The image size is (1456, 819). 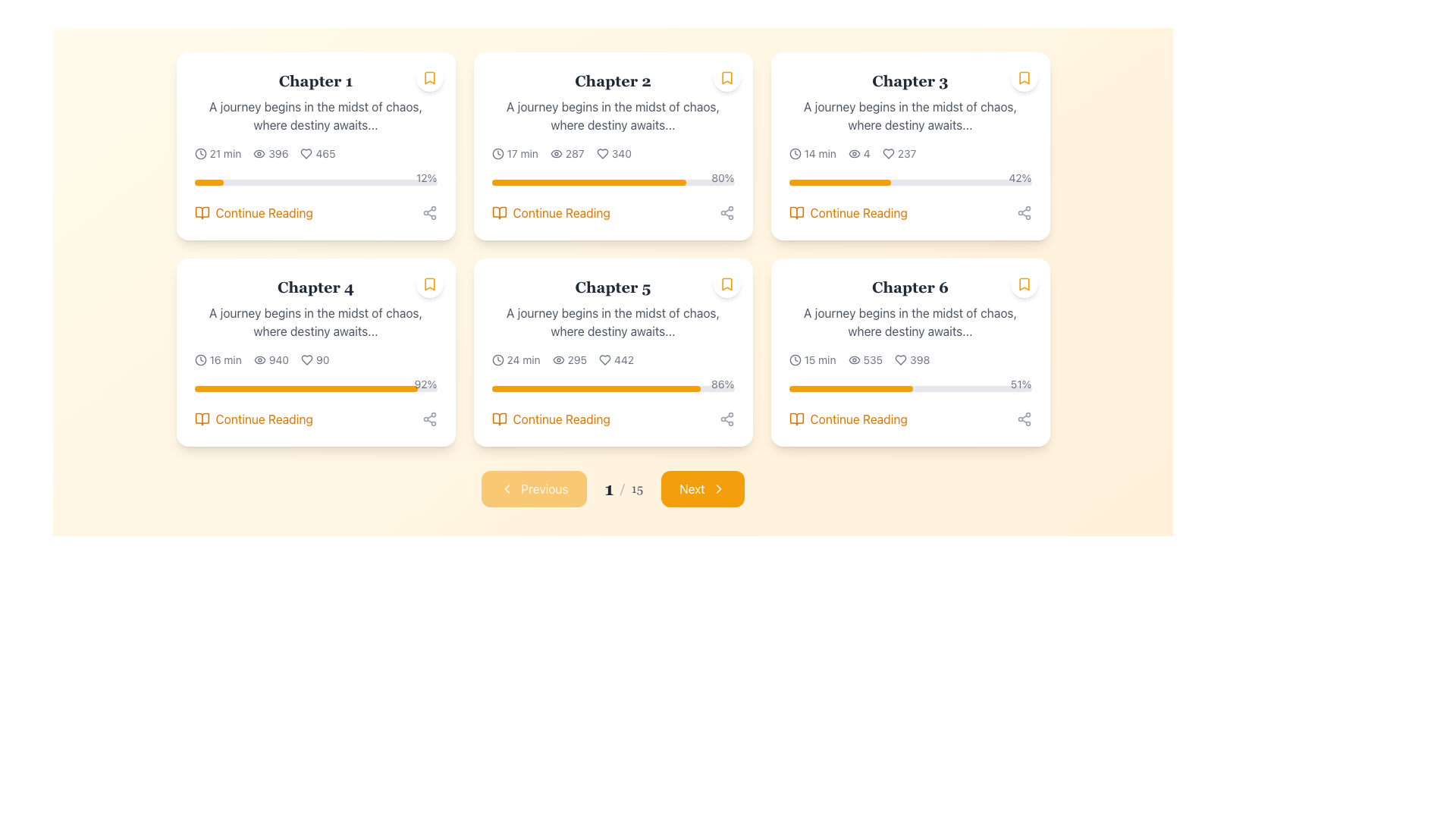 What do you see at coordinates (499, 213) in the screenshot?
I see `the 'Continue Reading' icon located in the second card of the top row` at bounding box center [499, 213].